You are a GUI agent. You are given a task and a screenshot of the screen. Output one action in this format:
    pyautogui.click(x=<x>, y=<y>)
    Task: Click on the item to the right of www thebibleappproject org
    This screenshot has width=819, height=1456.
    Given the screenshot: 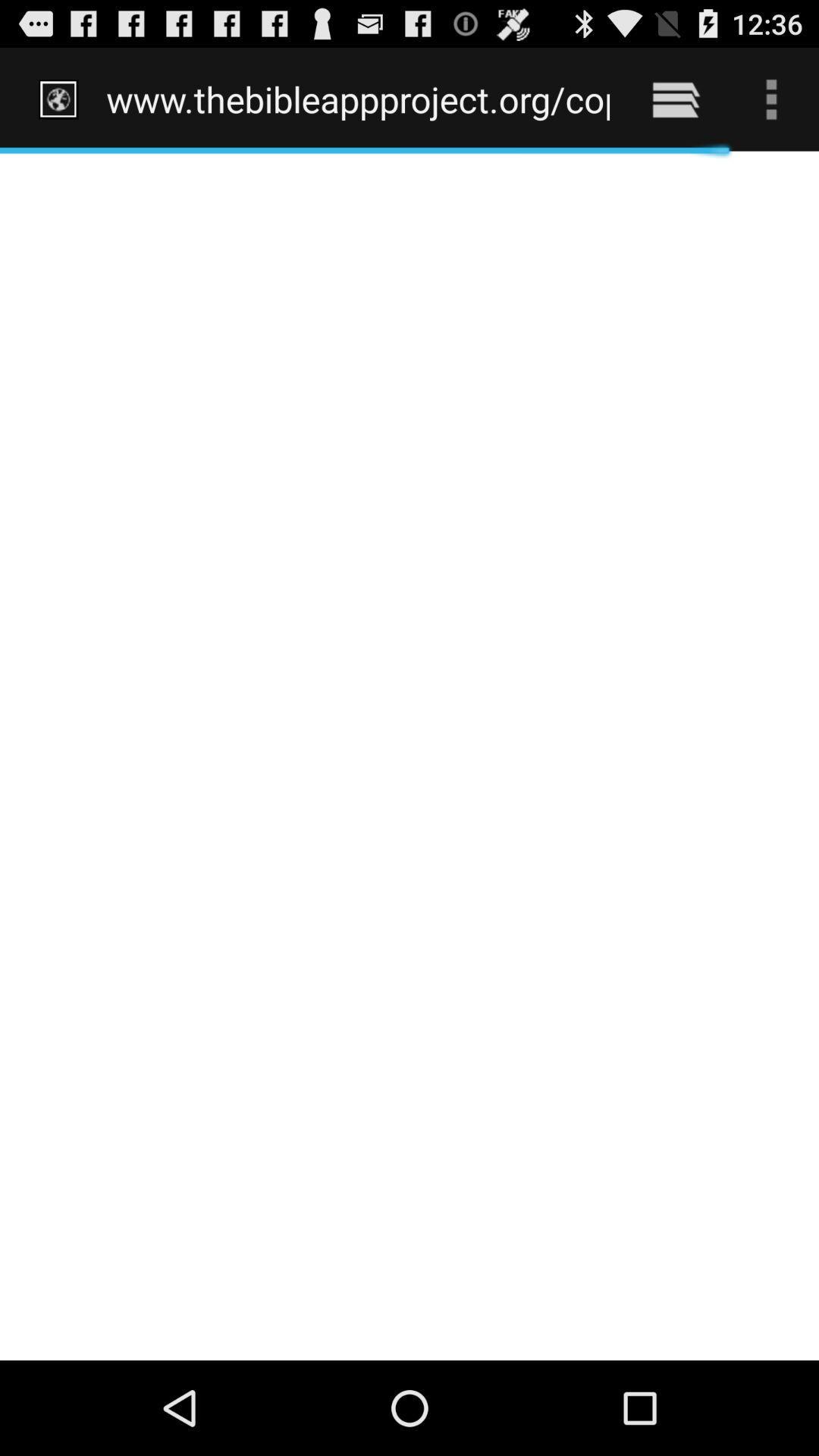 What is the action you would take?
    pyautogui.click(x=675, y=99)
    